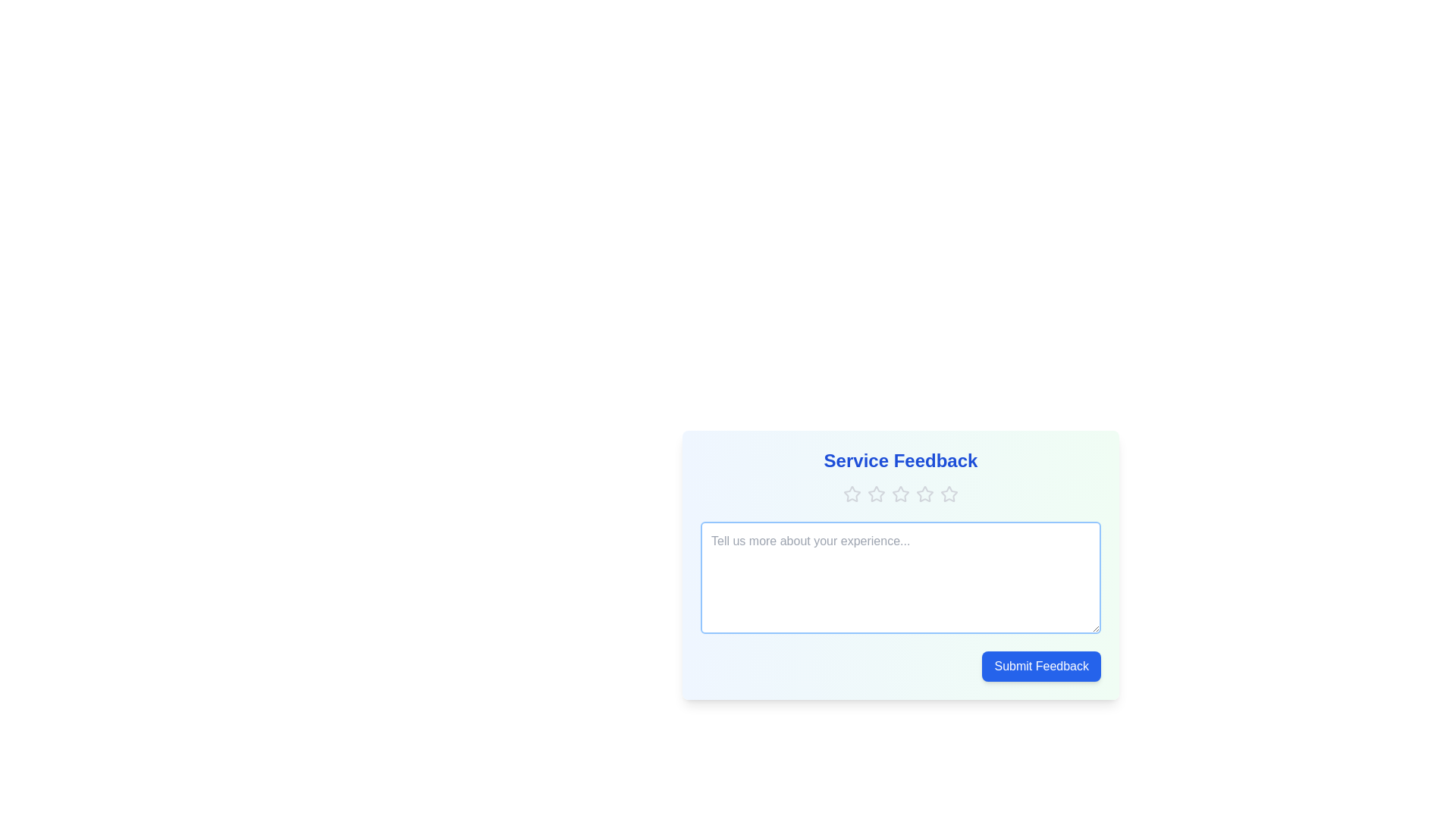  I want to click on the star corresponding to the desired rating 1, so click(852, 494).